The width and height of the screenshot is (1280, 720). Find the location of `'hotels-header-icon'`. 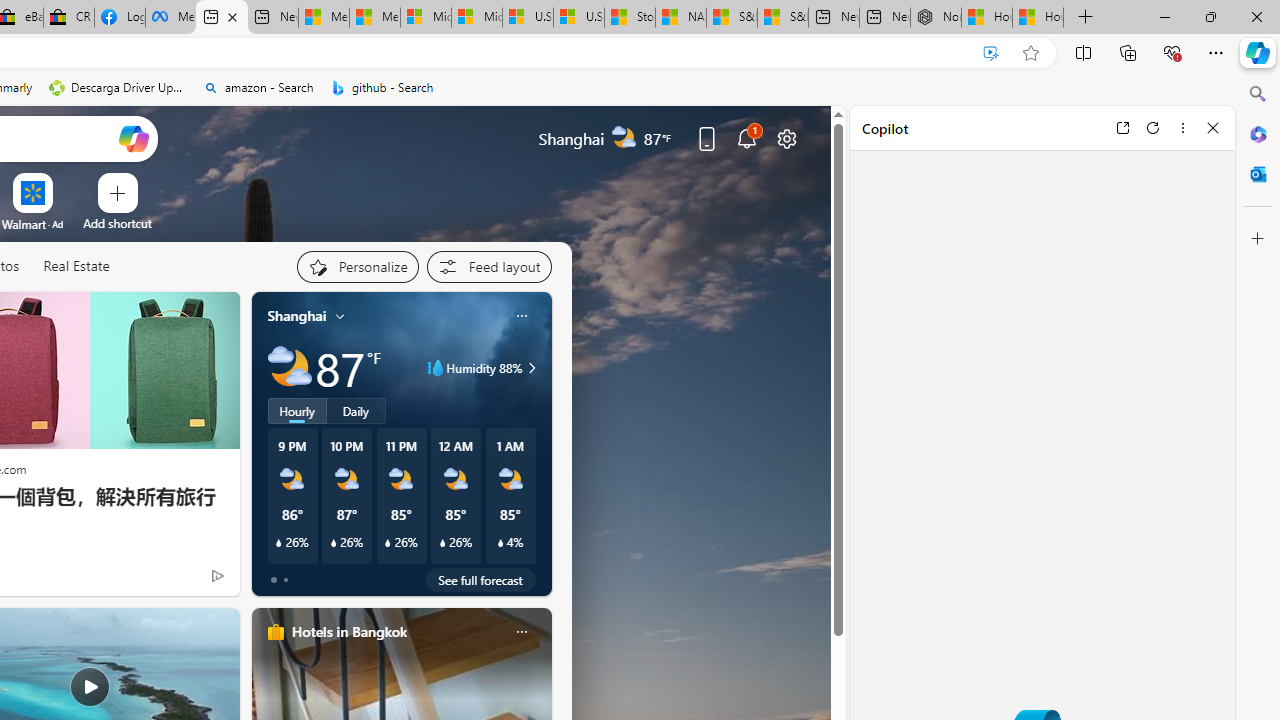

'hotels-header-icon' is located at coordinates (274, 632).